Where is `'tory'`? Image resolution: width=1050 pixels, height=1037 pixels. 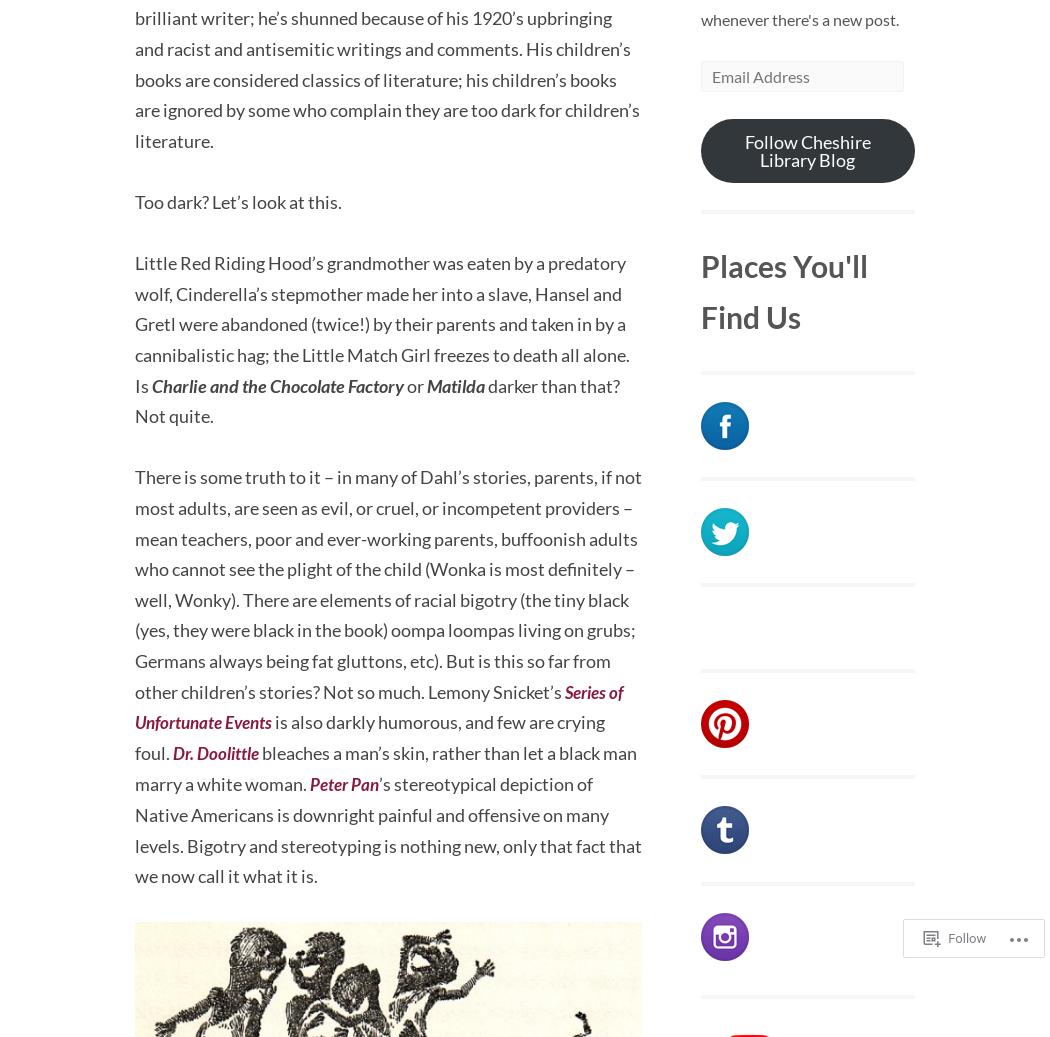
'tory' is located at coordinates (388, 383).